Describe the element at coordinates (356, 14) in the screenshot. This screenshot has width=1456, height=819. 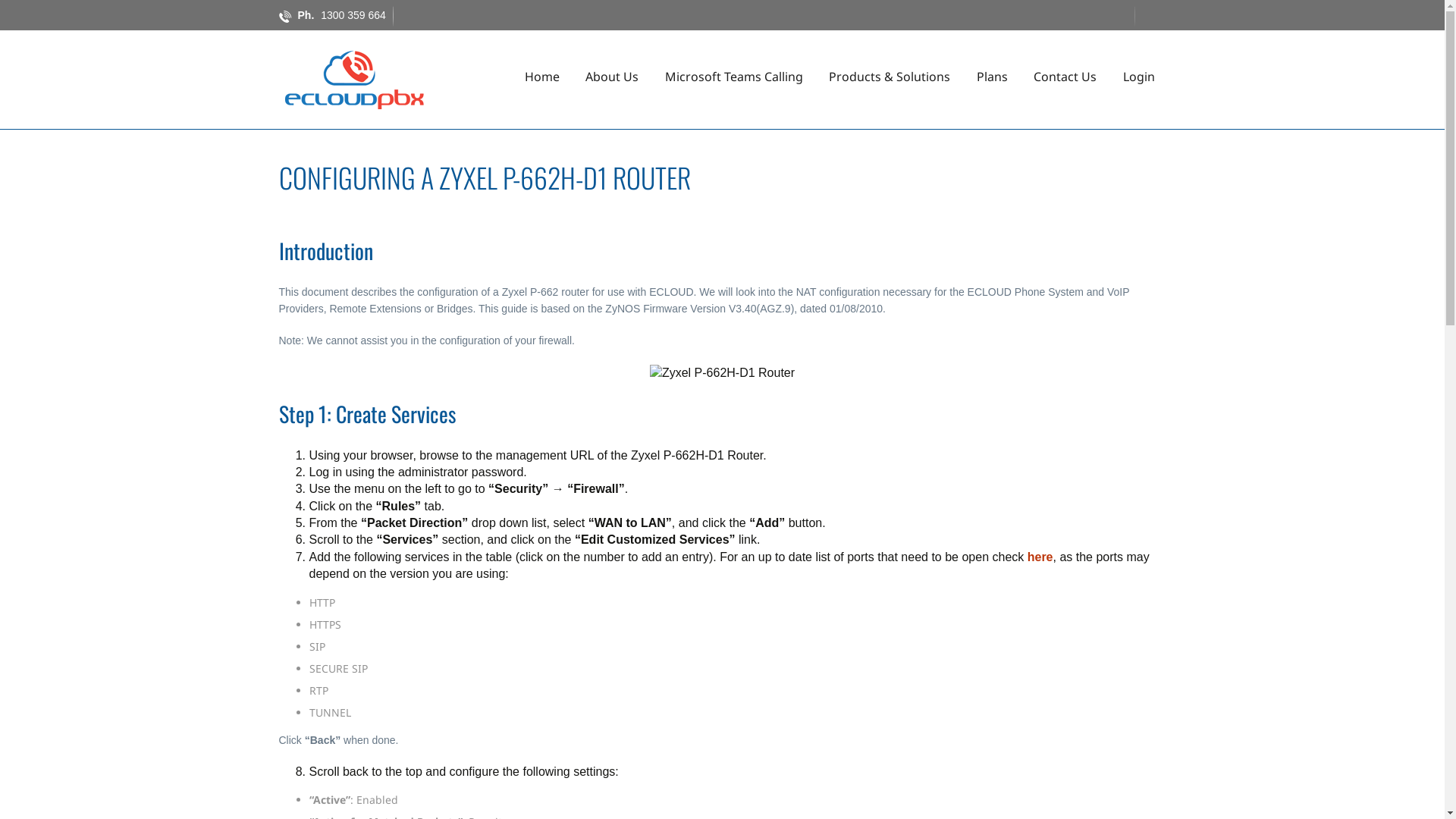
I see `'1300 359 664'` at that location.